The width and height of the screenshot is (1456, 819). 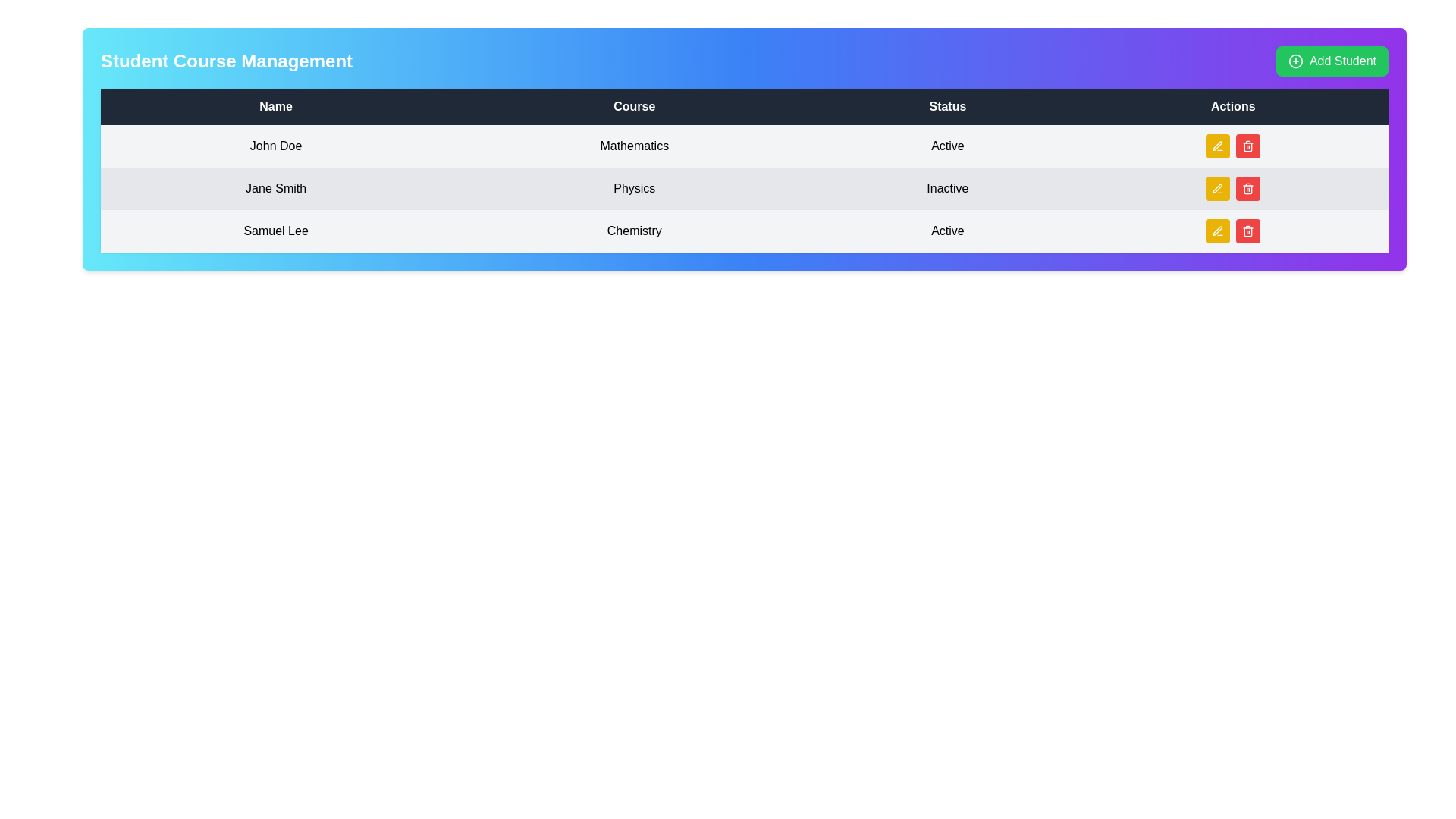 What do you see at coordinates (1248, 146) in the screenshot?
I see `the trash can icon button with a red background and white graphic located in the third row under the 'Actions' column` at bounding box center [1248, 146].